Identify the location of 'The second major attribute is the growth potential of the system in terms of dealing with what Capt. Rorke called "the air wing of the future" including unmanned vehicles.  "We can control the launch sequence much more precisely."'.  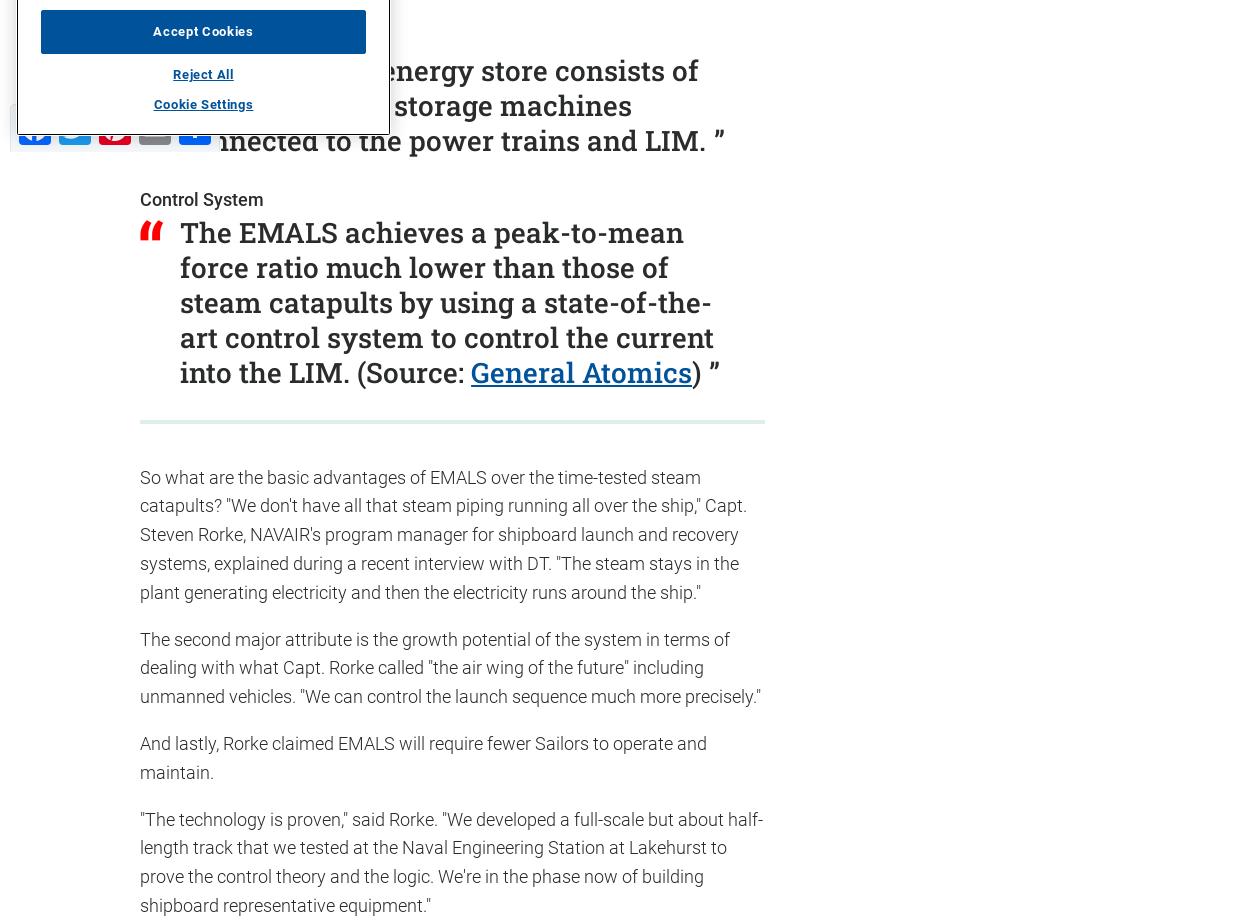
(449, 667).